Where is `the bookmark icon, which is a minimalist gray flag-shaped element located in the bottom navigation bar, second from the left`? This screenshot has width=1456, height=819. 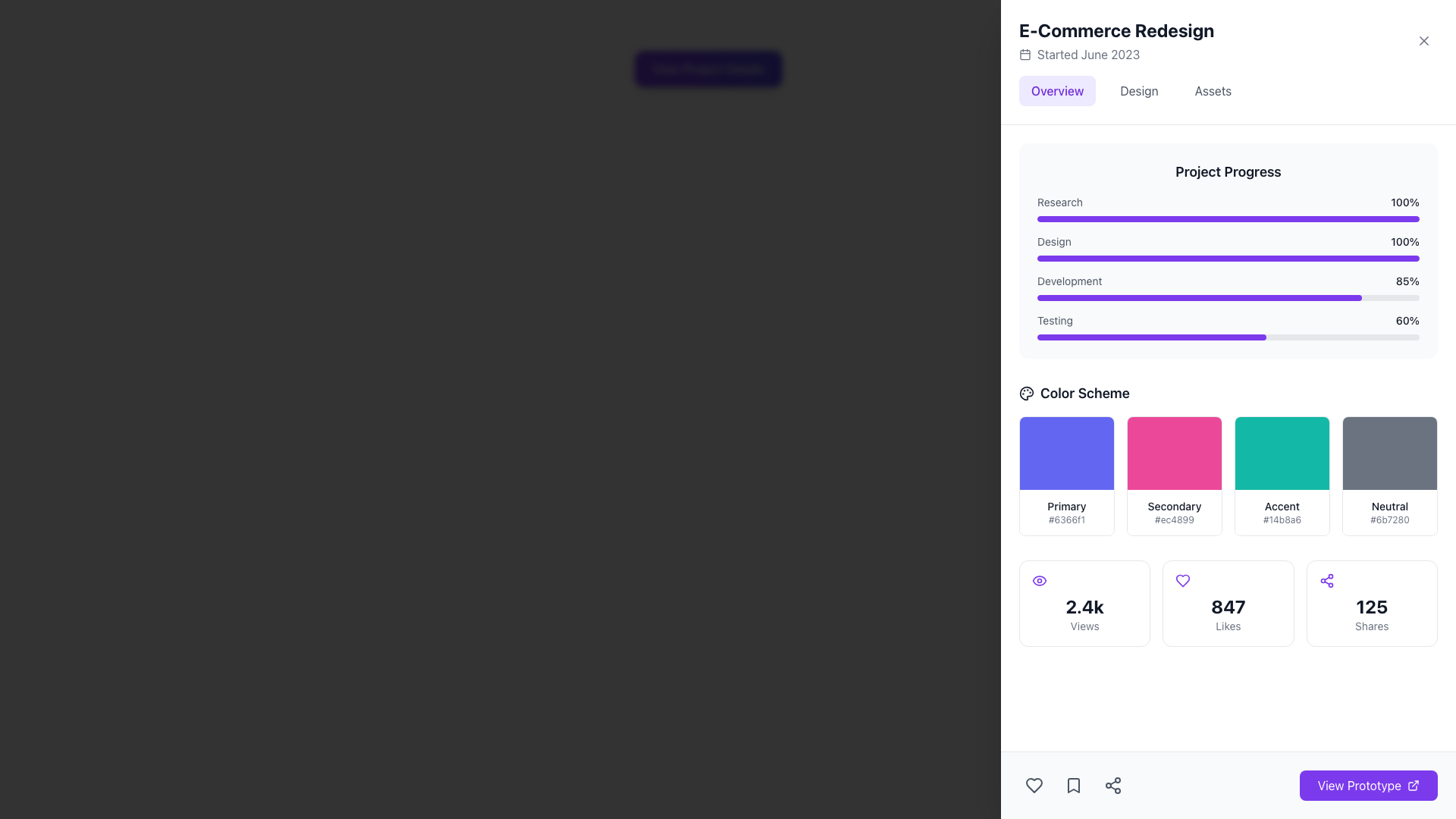
the bookmark icon, which is a minimalist gray flag-shaped element located in the bottom navigation bar, second from the left is located at coordinates (1073, 785).